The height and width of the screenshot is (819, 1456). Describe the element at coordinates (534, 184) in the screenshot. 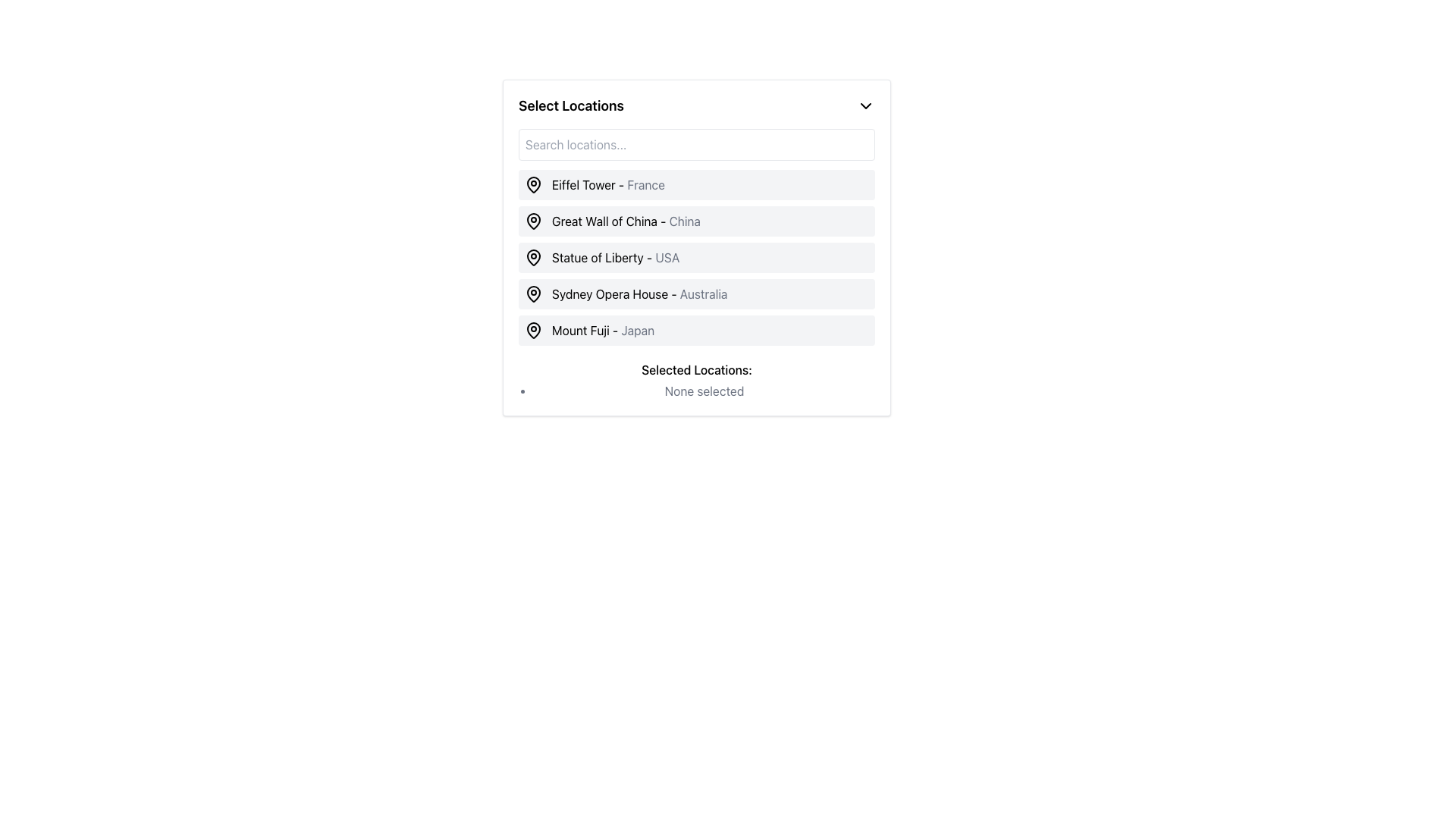

I see `the static icon representing 'Eiffel Tower - France' in the dropdown selection` at that location.